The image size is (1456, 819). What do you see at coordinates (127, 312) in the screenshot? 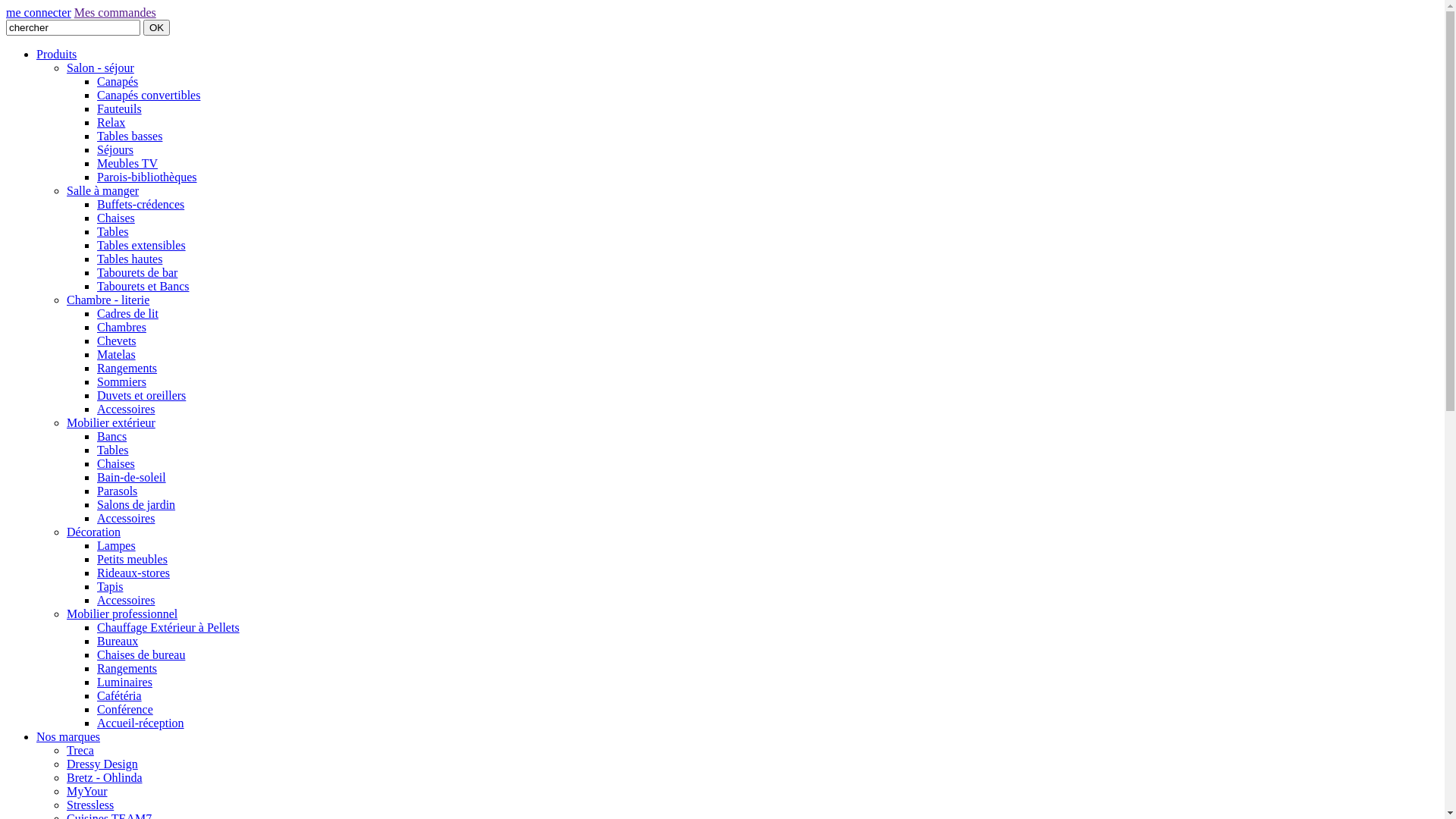
I see `'Cadres de lit'` at bounding box center [127, 312].